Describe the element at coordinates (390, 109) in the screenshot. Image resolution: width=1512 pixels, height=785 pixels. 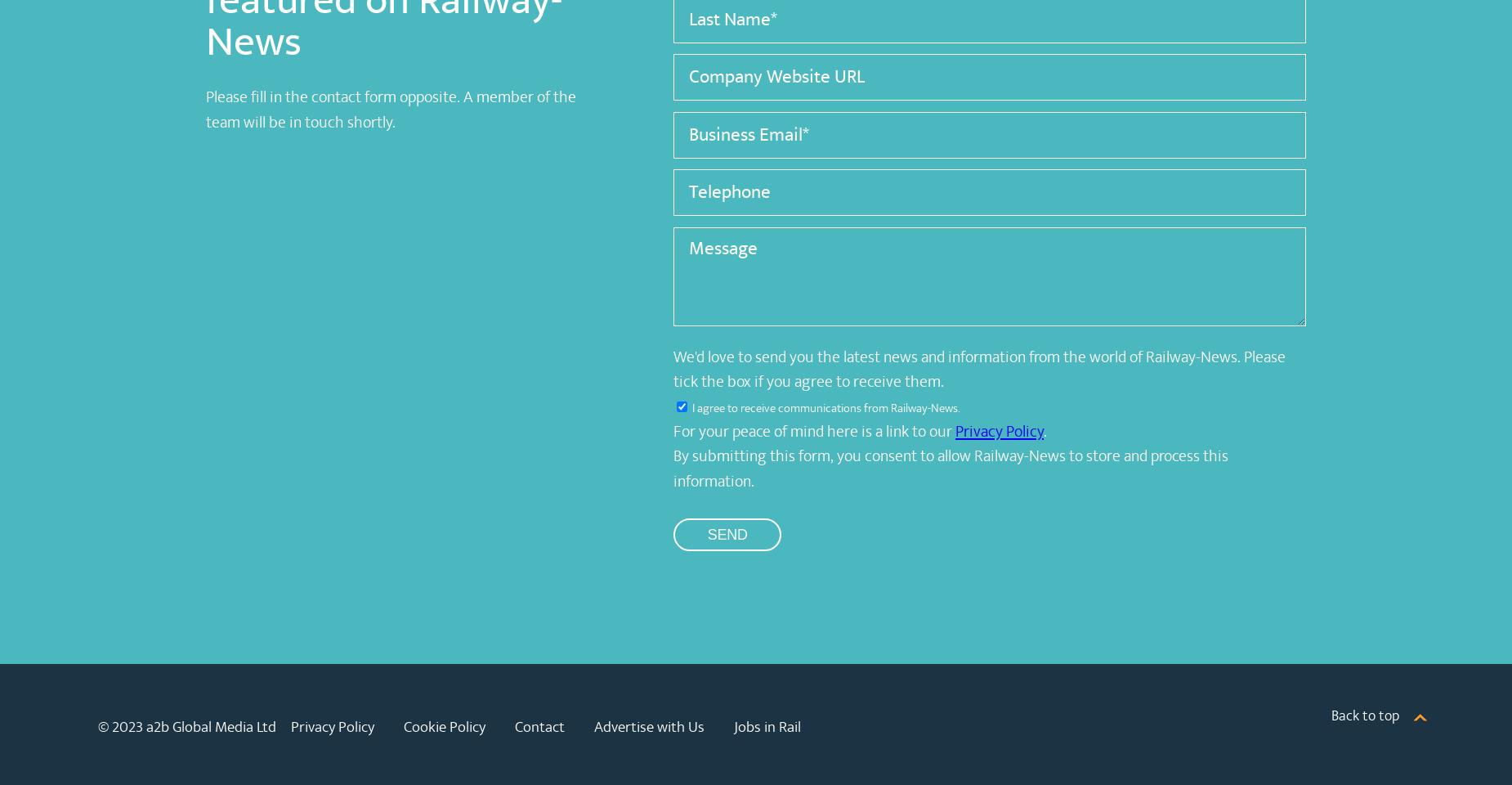
I see `'Please fill in the contact form opposite. A member of the team will be in touch shortly.'` at that location.